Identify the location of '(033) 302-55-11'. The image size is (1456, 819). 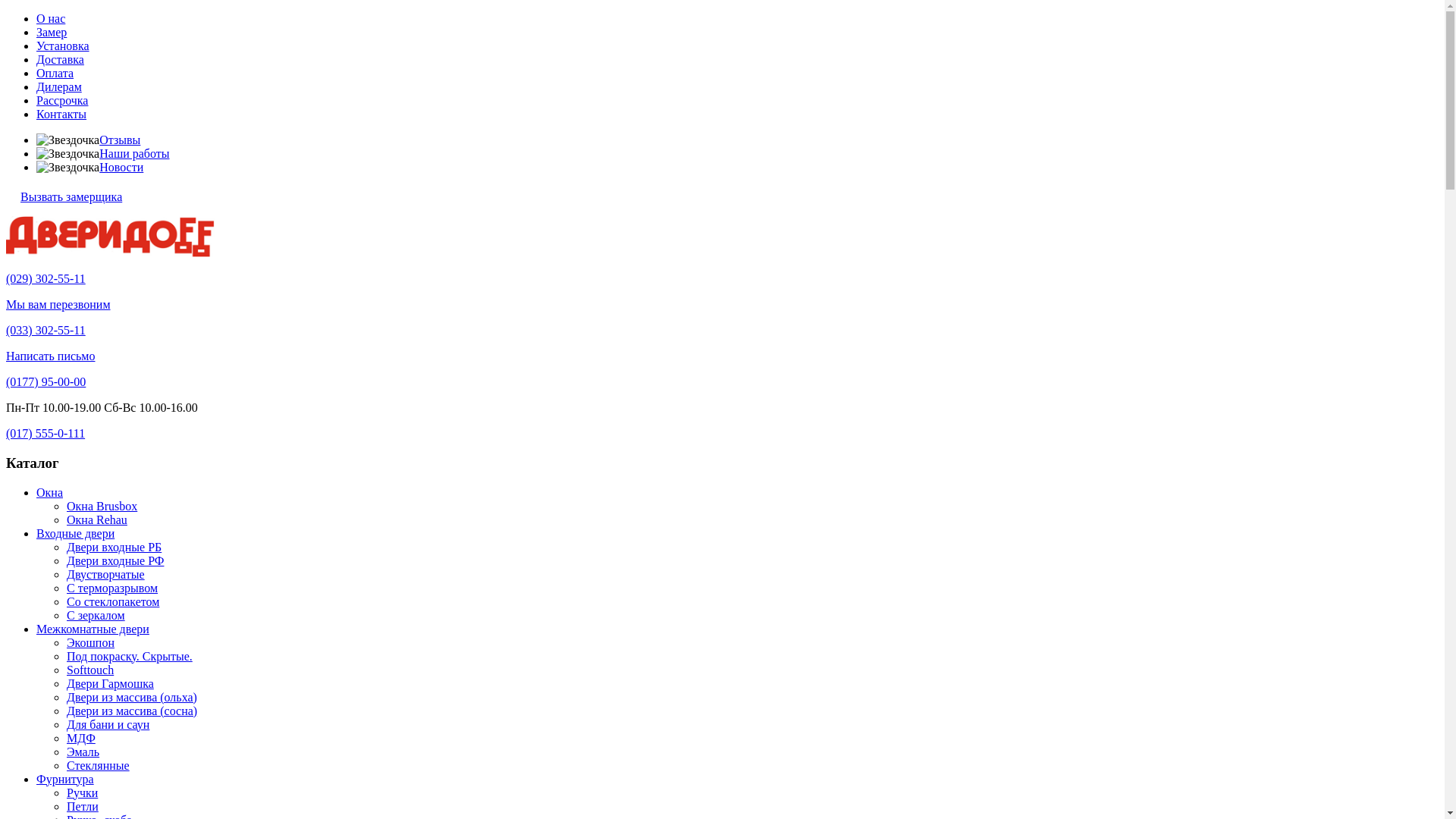
(45, 329).